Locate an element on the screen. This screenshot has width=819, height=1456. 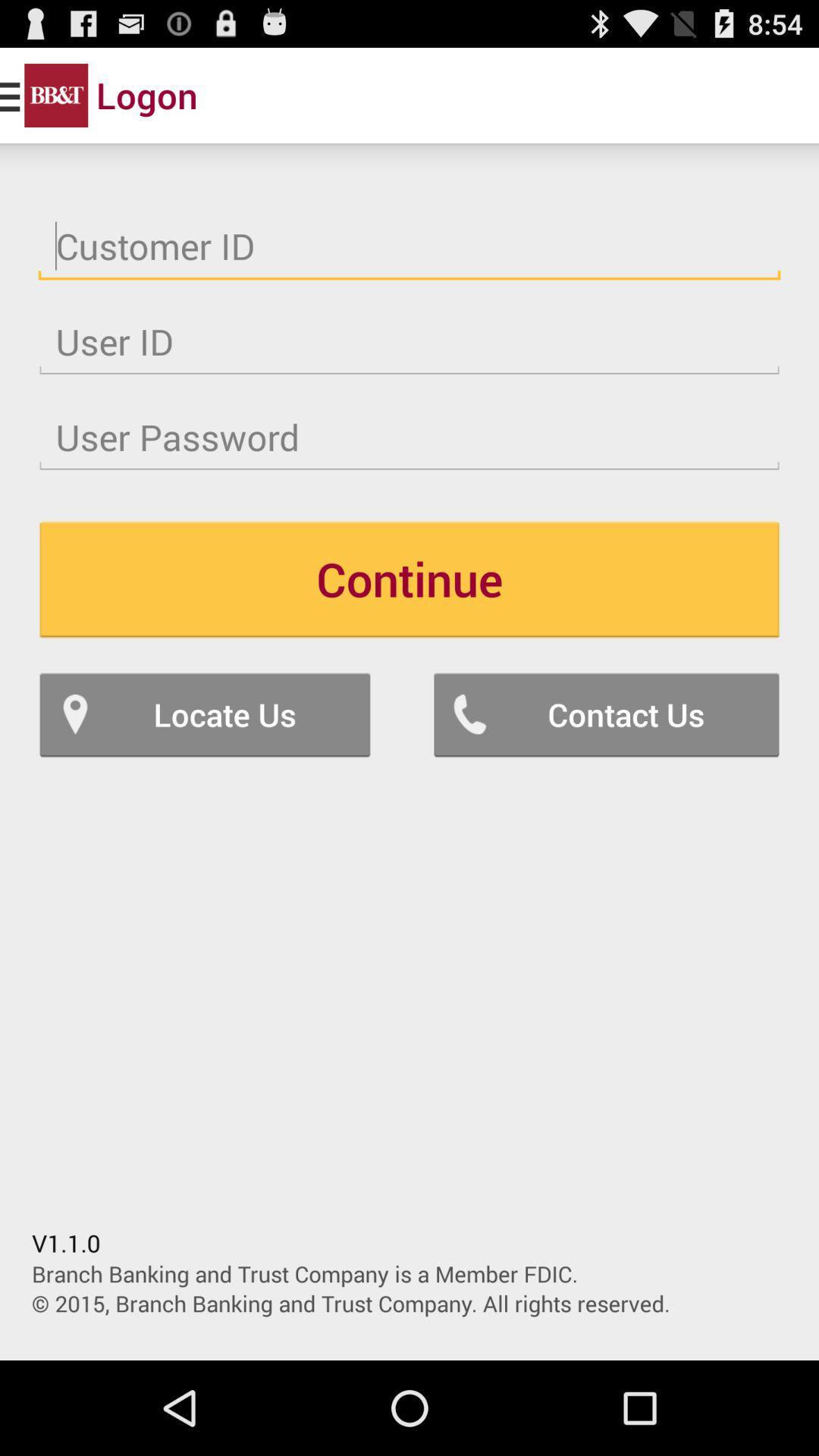
the continue item is located at coordinates (409, 578).